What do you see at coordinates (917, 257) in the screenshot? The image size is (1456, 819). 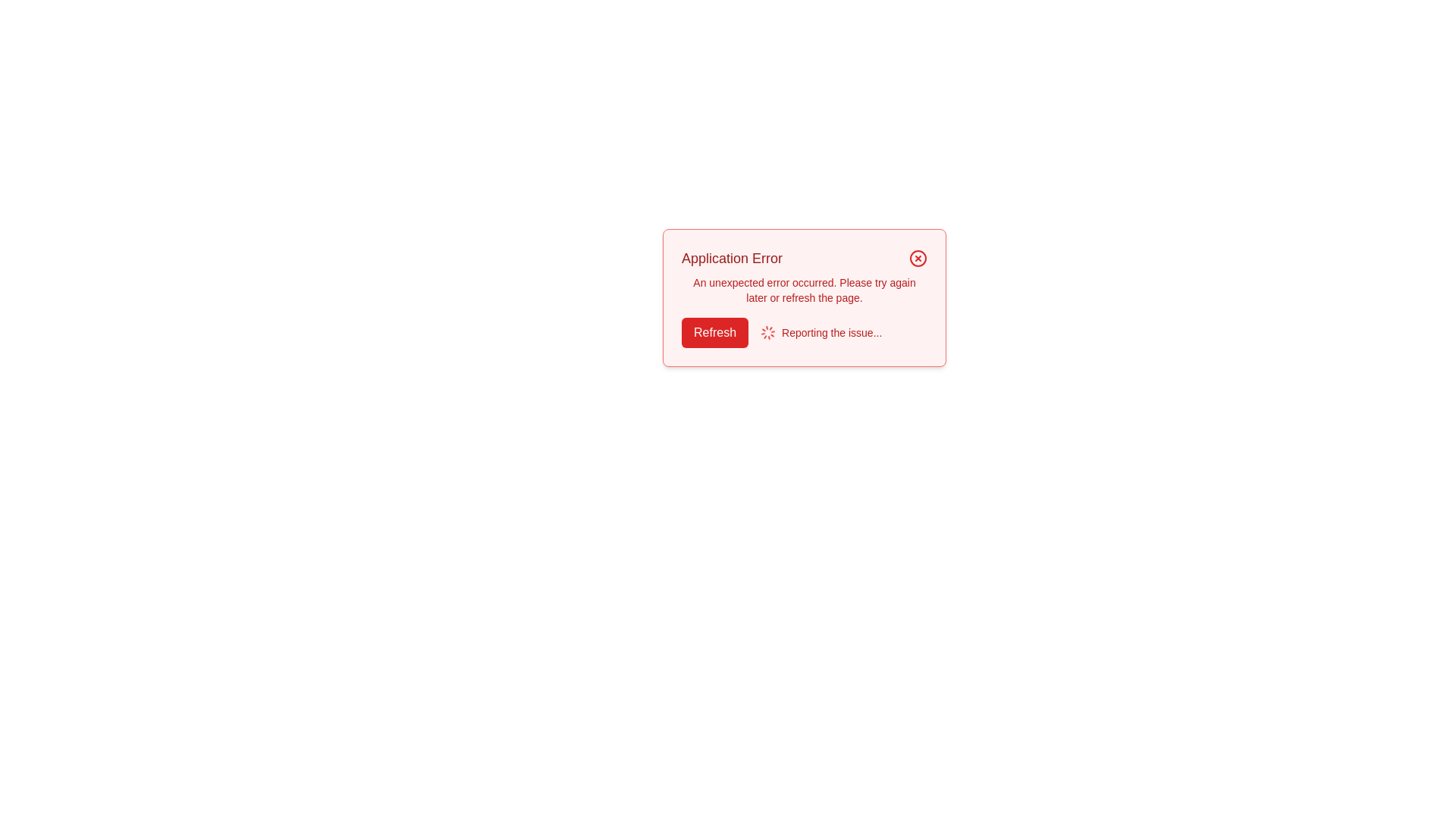 I see `the close button in the top-right corner of the 'Application Error' dialog box` at bounding box center [917, 257].